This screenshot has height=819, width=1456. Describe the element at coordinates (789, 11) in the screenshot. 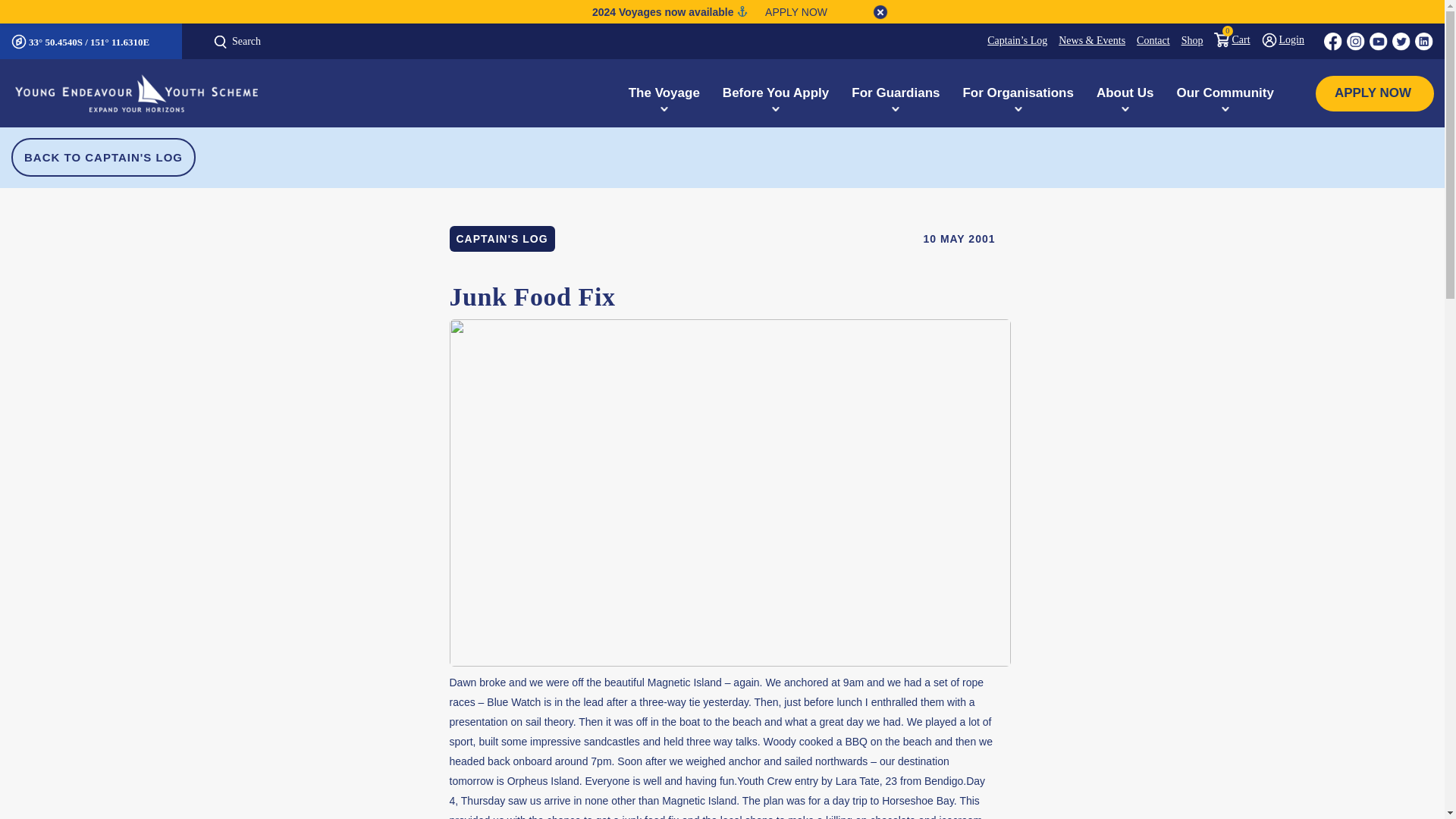

I see `'    APPLY NOW'` at that location.